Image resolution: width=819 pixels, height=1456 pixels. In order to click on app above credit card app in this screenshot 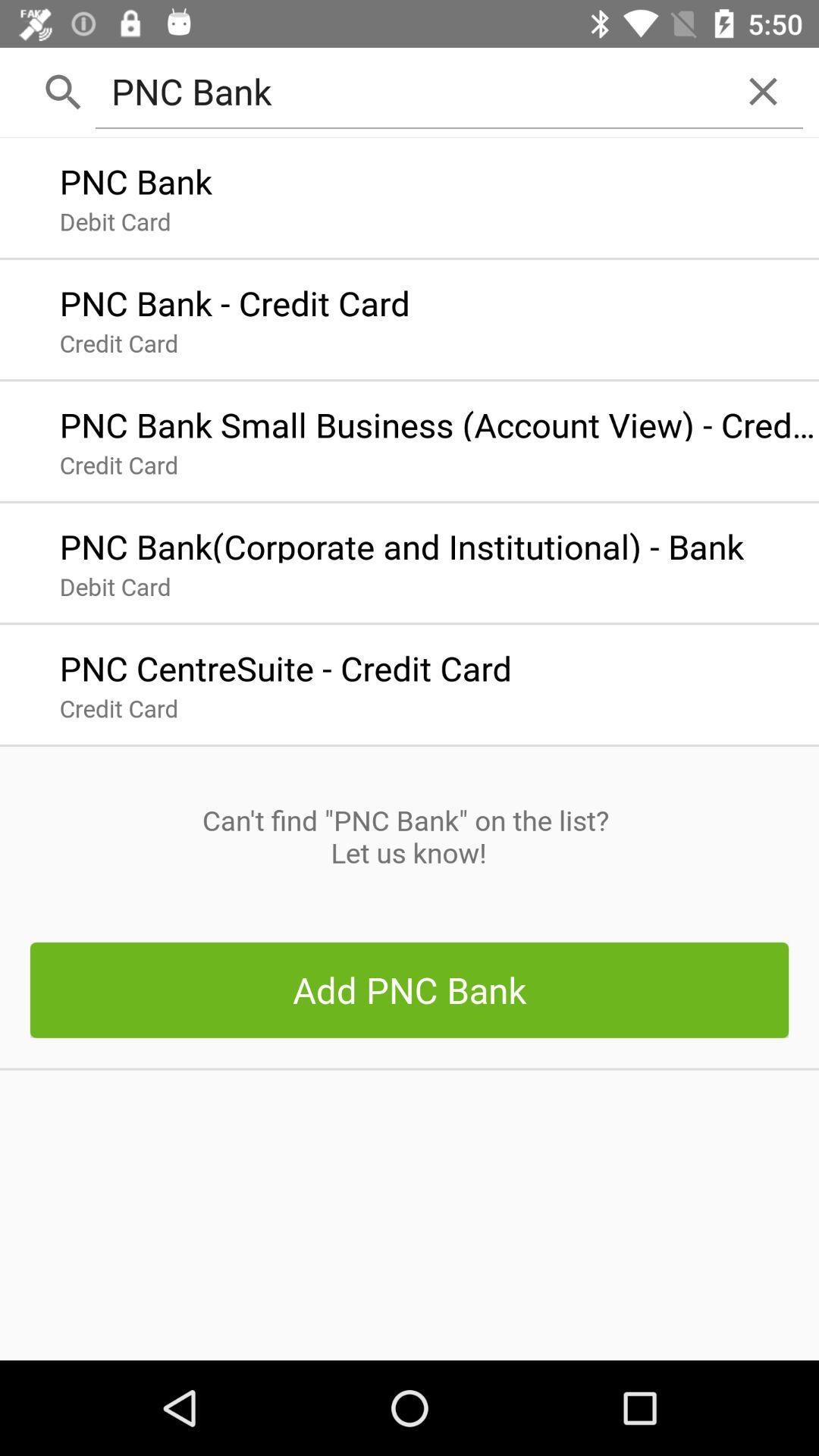, I will do `click(285, 664)`.